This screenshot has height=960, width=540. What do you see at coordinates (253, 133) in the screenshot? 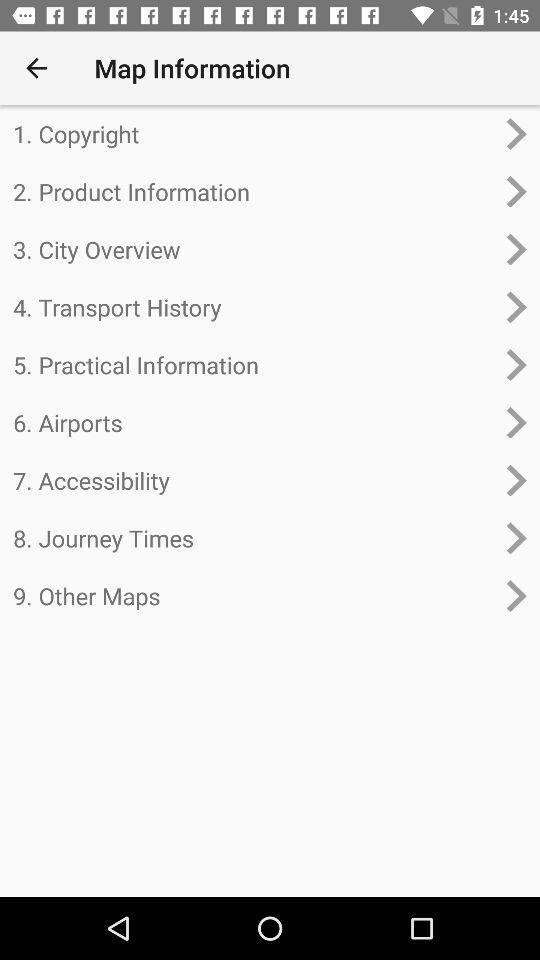
I see `1. copyright icon` at bounding box center [253, 133].